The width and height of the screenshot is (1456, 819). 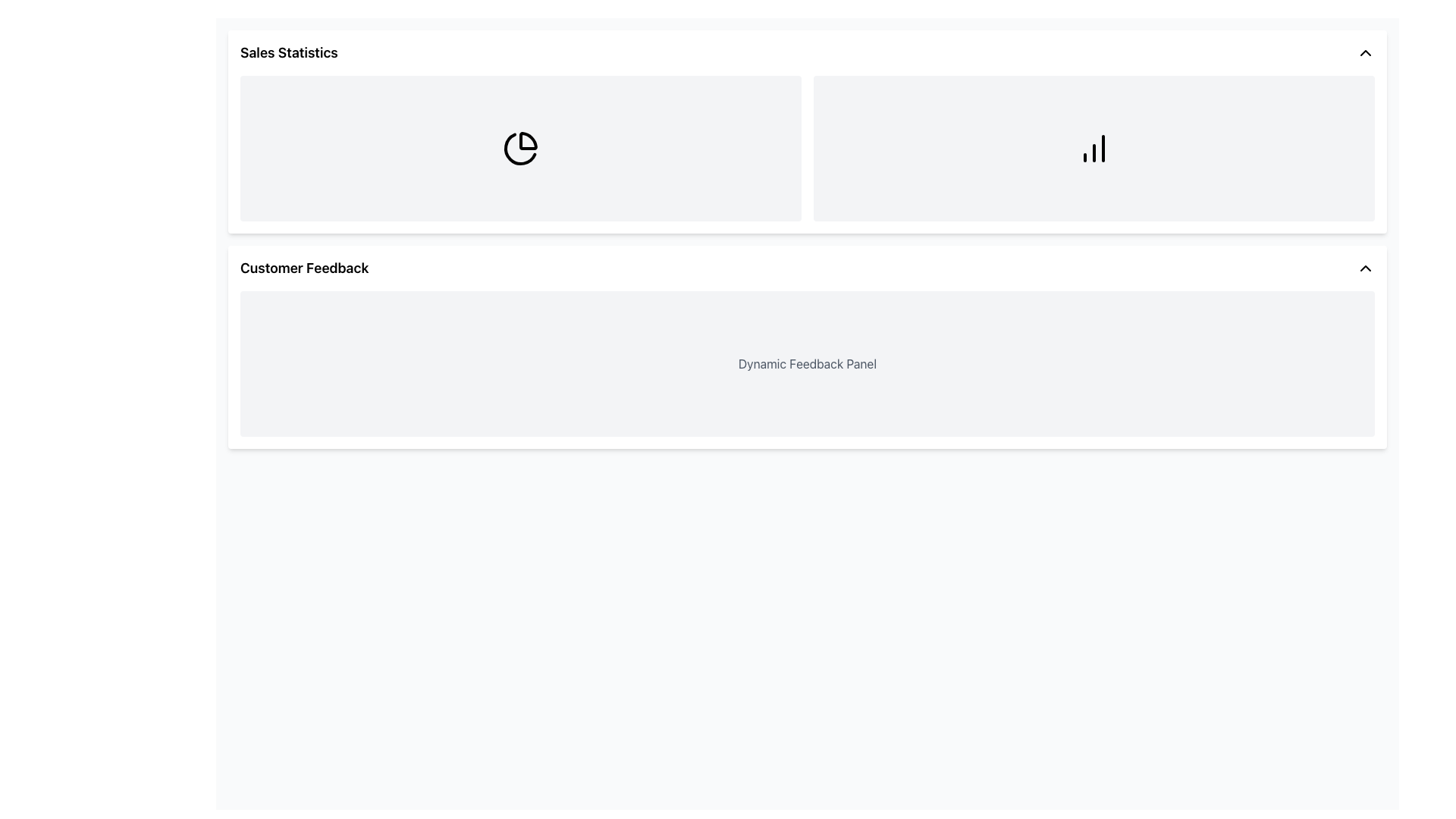 What do you see at coordinates (807, 363) in the screenshot?
I see `the Text Label that serves as a title for the 'Customer Feedback' section, which is centrally positioned within a gray rectangular area` at bounding box center [807, 363].